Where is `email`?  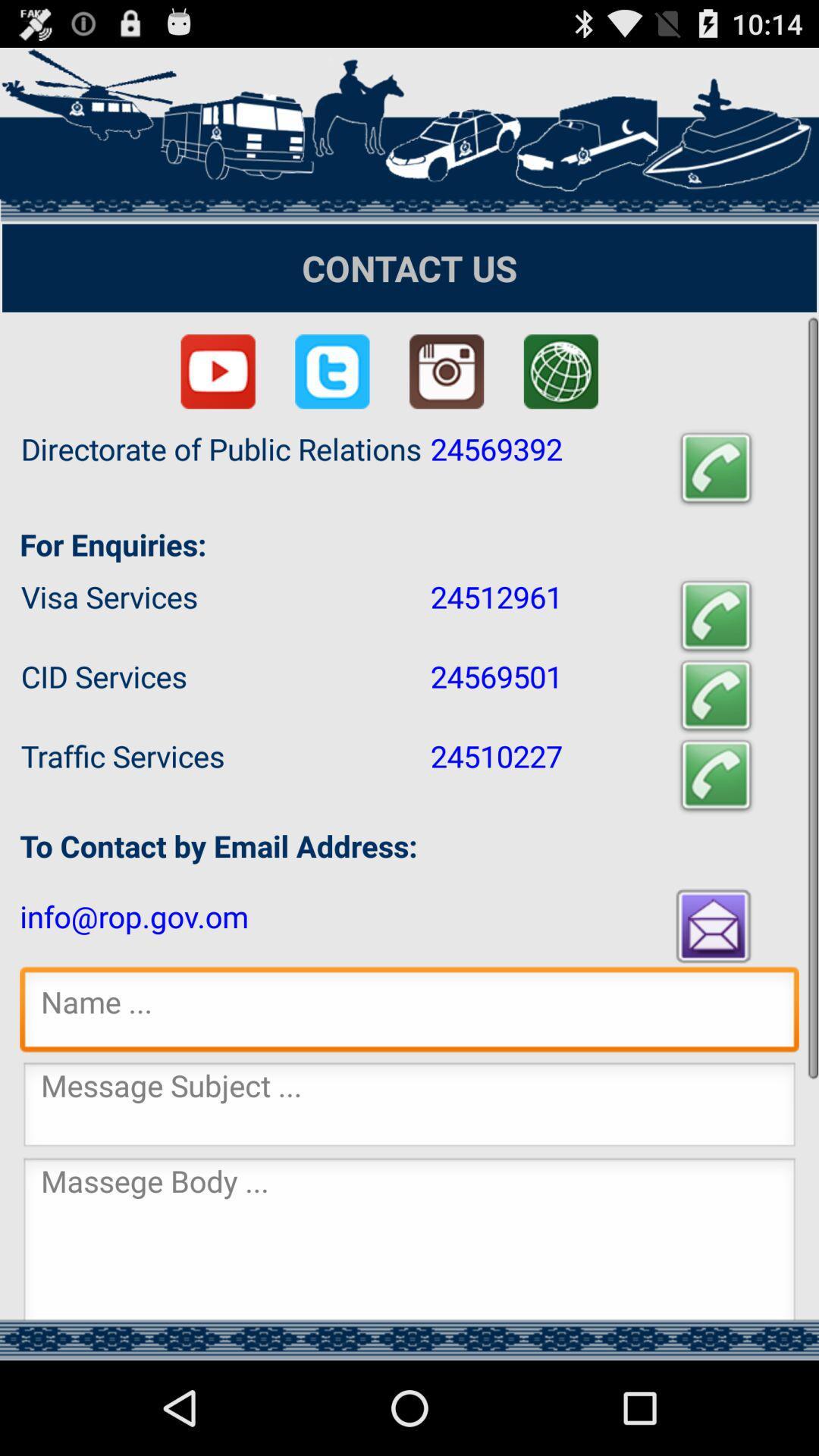
email is located at coordinates (715, 924).